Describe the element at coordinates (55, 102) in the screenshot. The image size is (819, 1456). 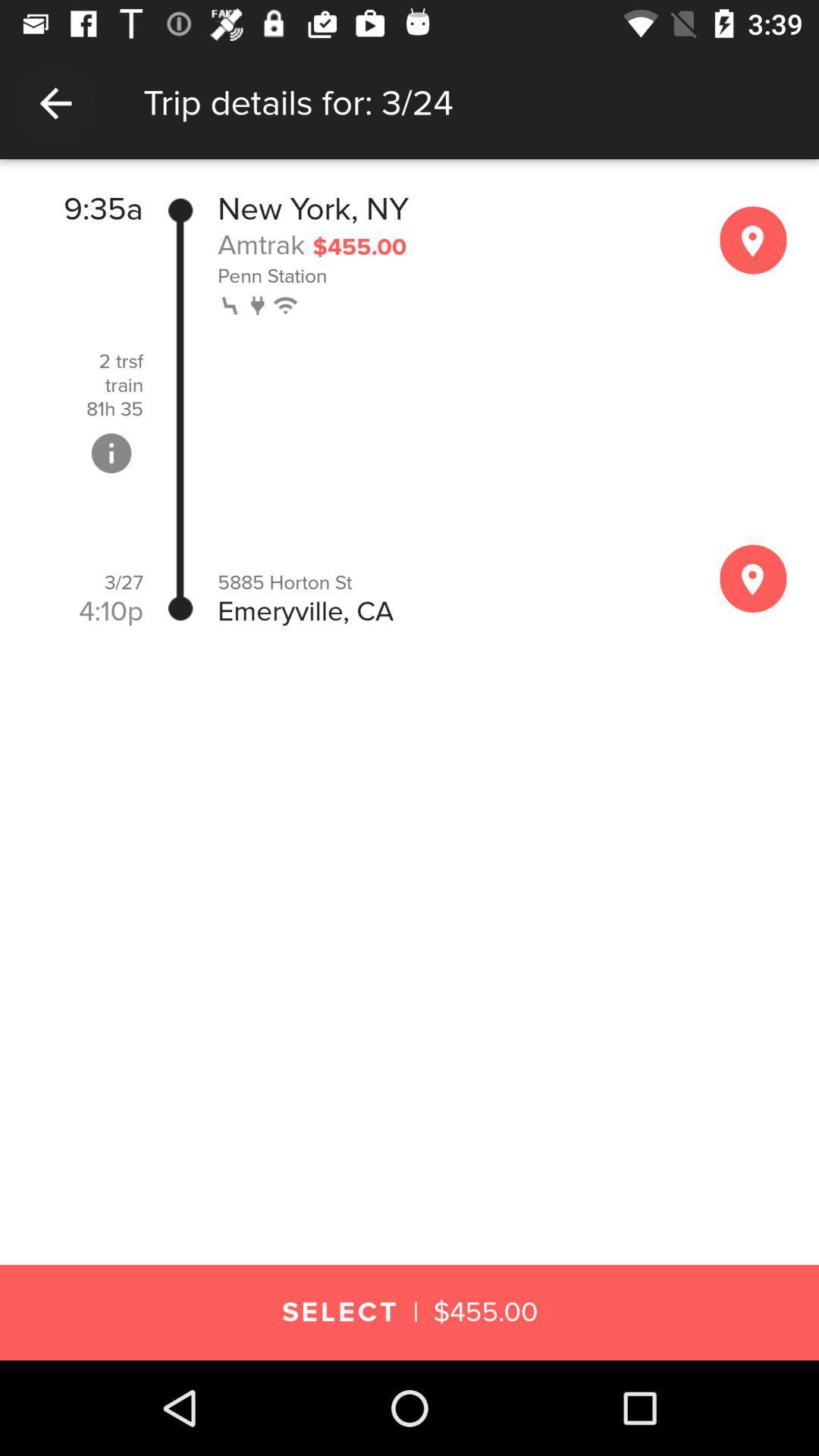
I see `go back` at that location.